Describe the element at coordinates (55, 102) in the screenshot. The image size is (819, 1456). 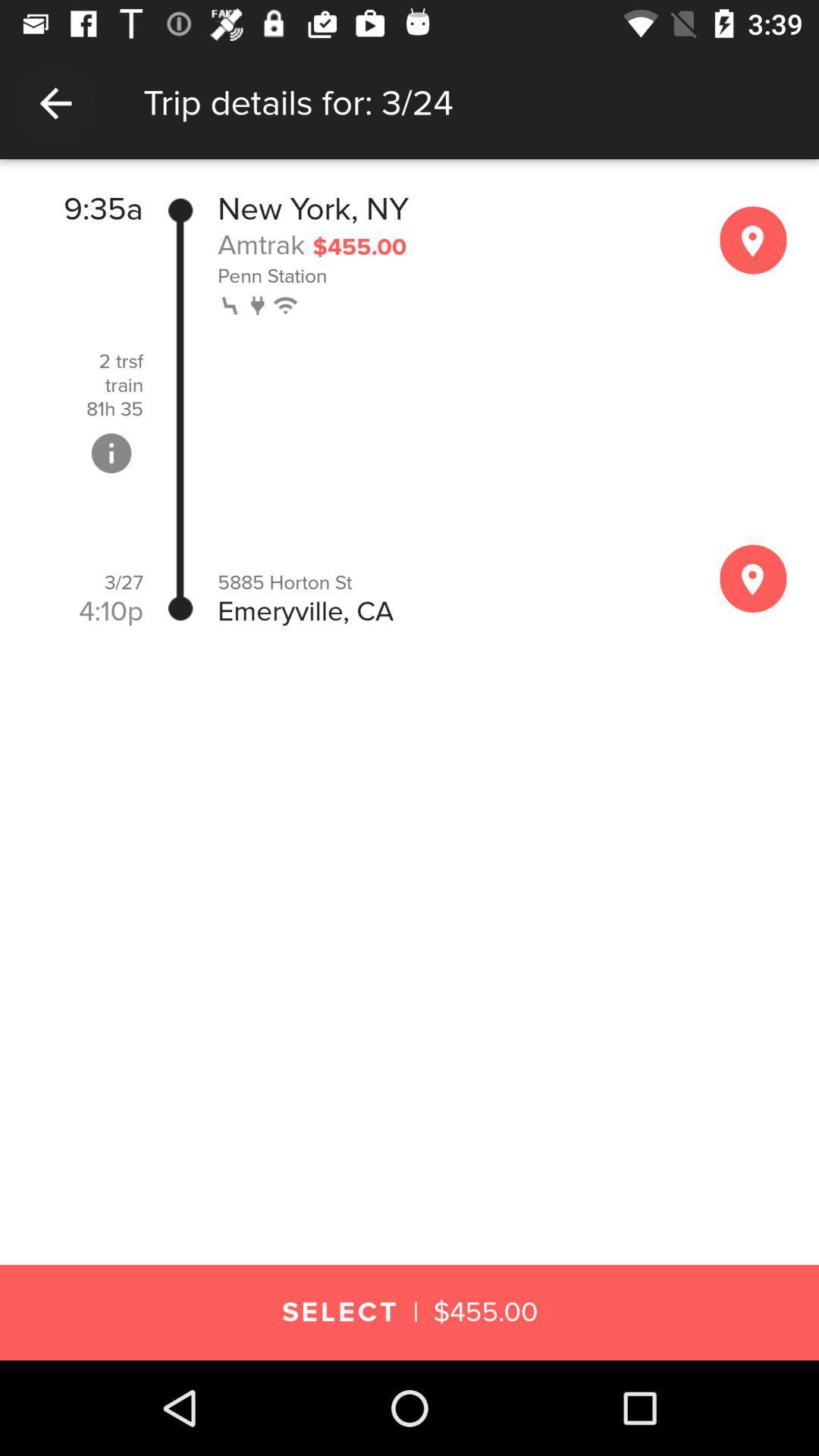
I see `go back` at that location.